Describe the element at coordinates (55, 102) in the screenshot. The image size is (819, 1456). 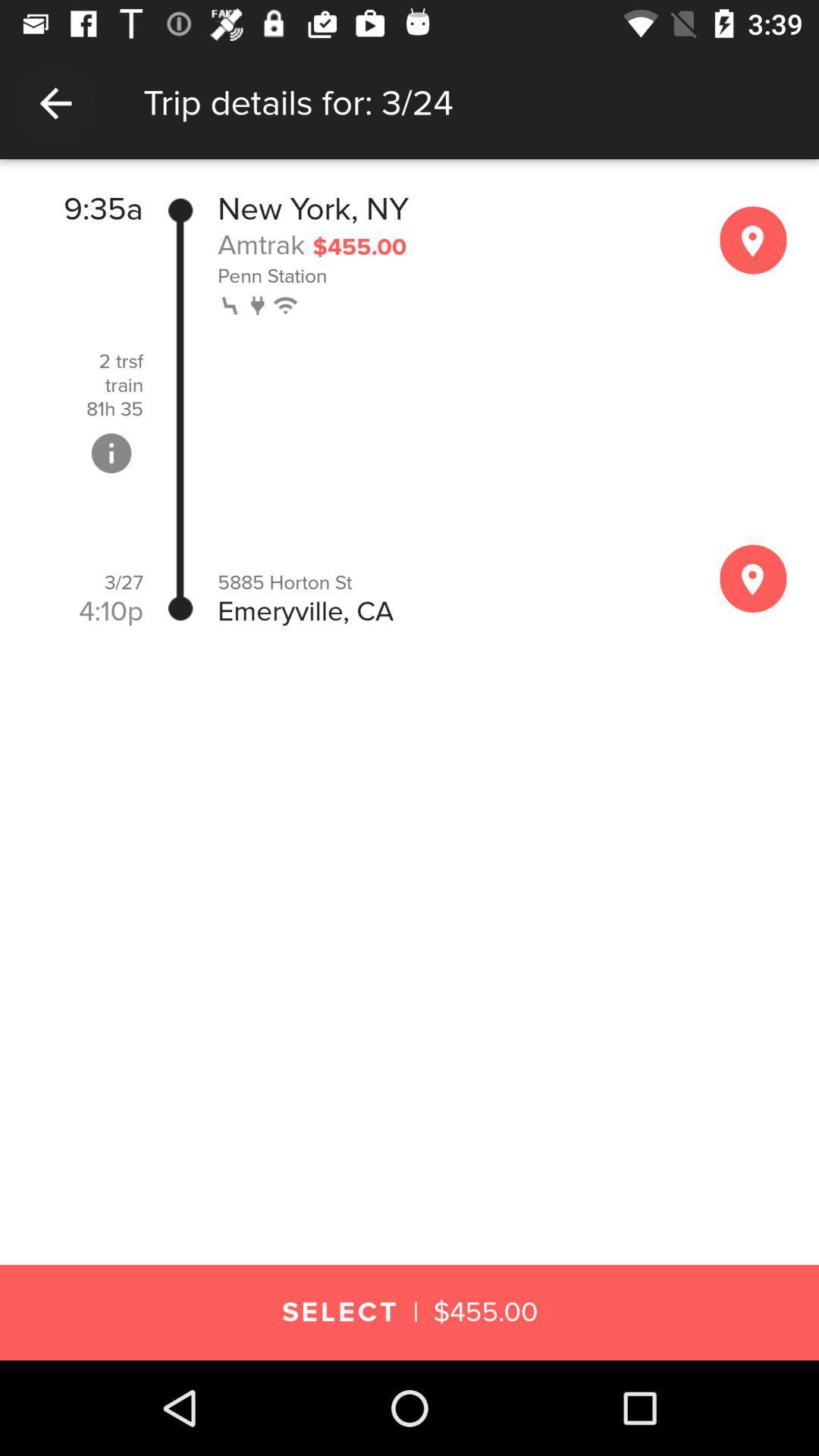
I see `go back` at that location.